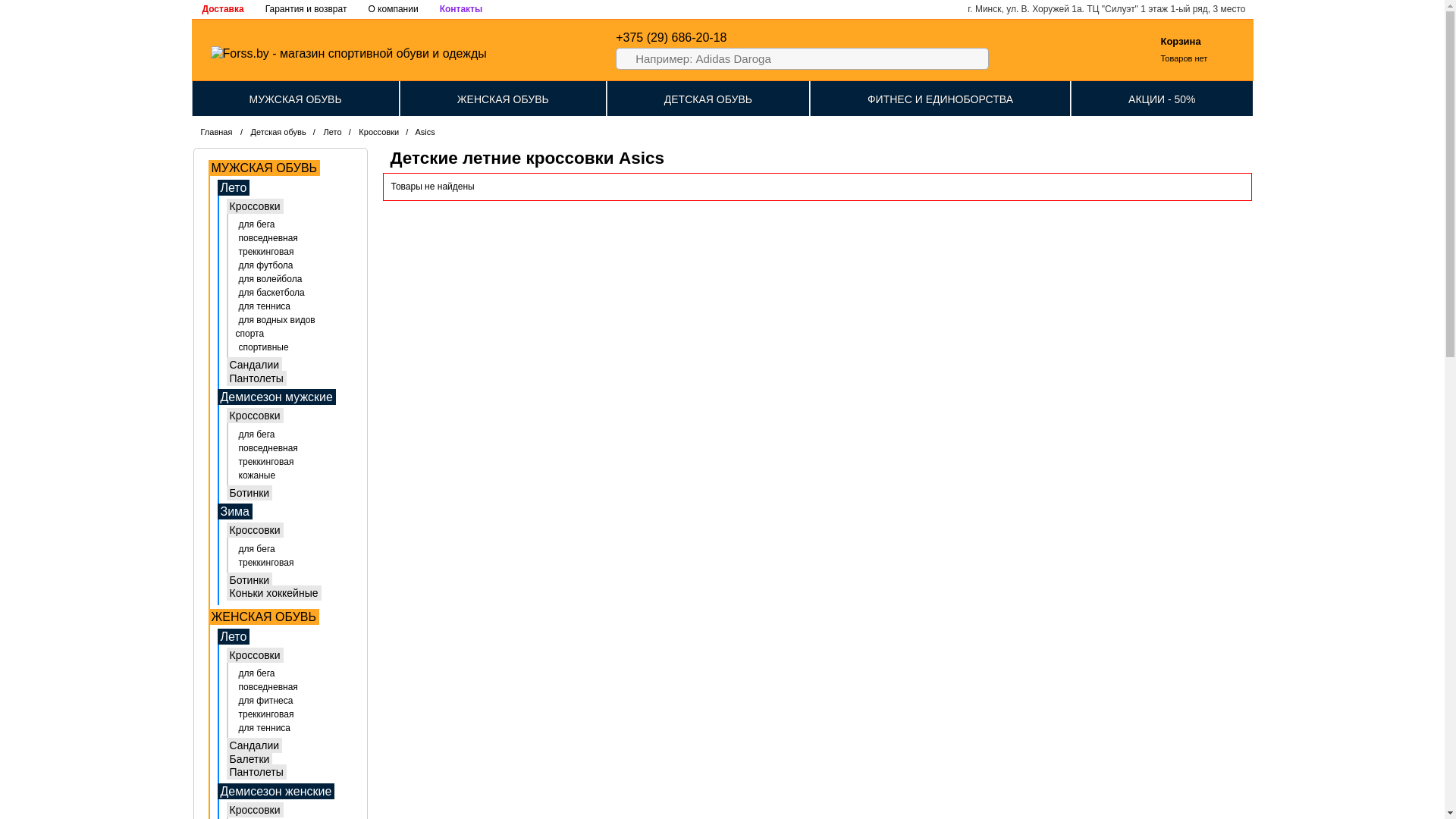 The height and width of the screenshot is (819, 1456). What do you see at coordinates (670, 36) in the screenshot?
I see `'+375 (29) 686-20-18'` at bounding box center [670, 36].